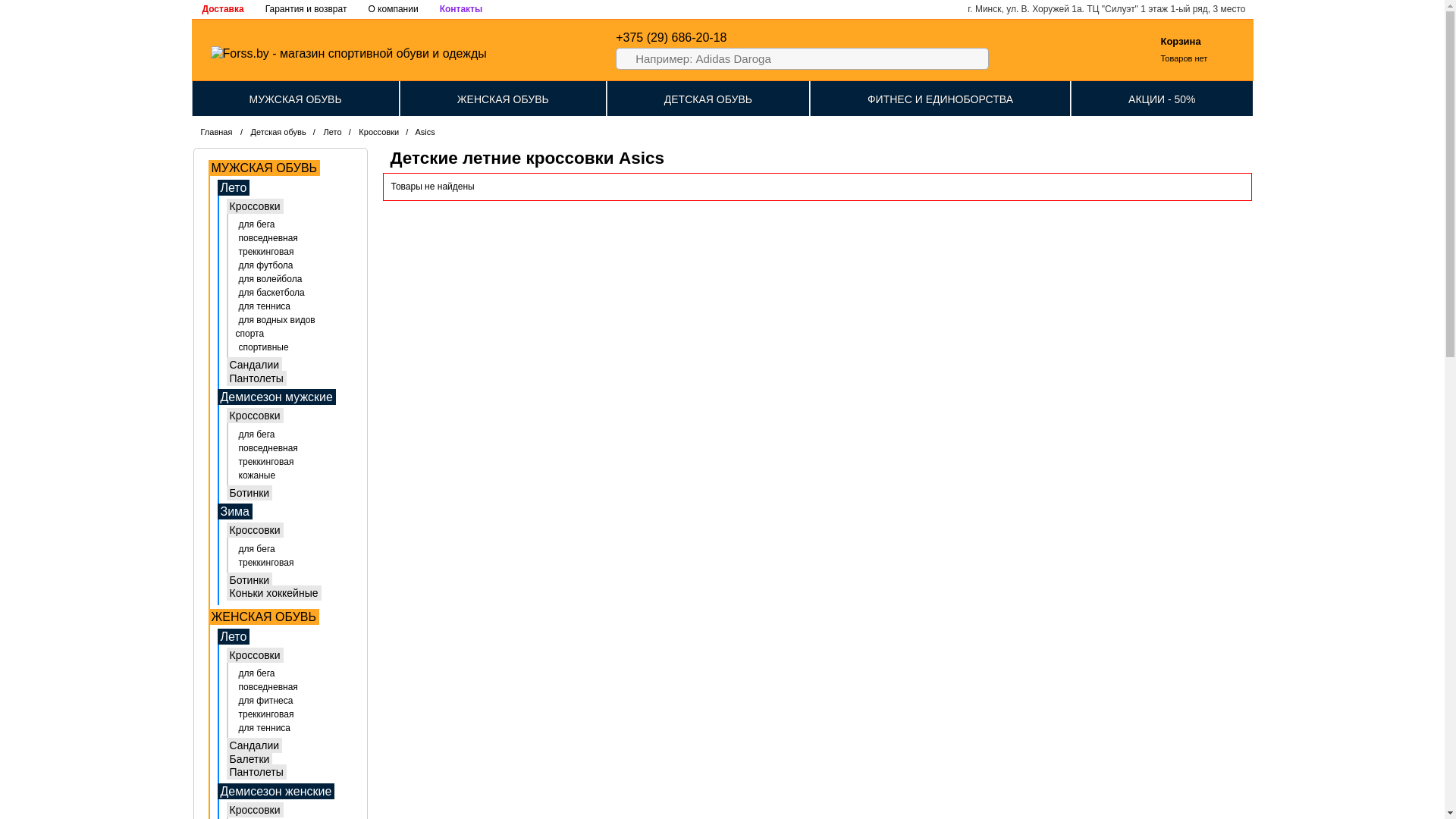 The height and width of the screenshot is (819, 1456). What do you see at coordinates (670, 36) in the screenshot?
I see `'+375 (29) 686-20-18'` at bounding box center [670, 36].